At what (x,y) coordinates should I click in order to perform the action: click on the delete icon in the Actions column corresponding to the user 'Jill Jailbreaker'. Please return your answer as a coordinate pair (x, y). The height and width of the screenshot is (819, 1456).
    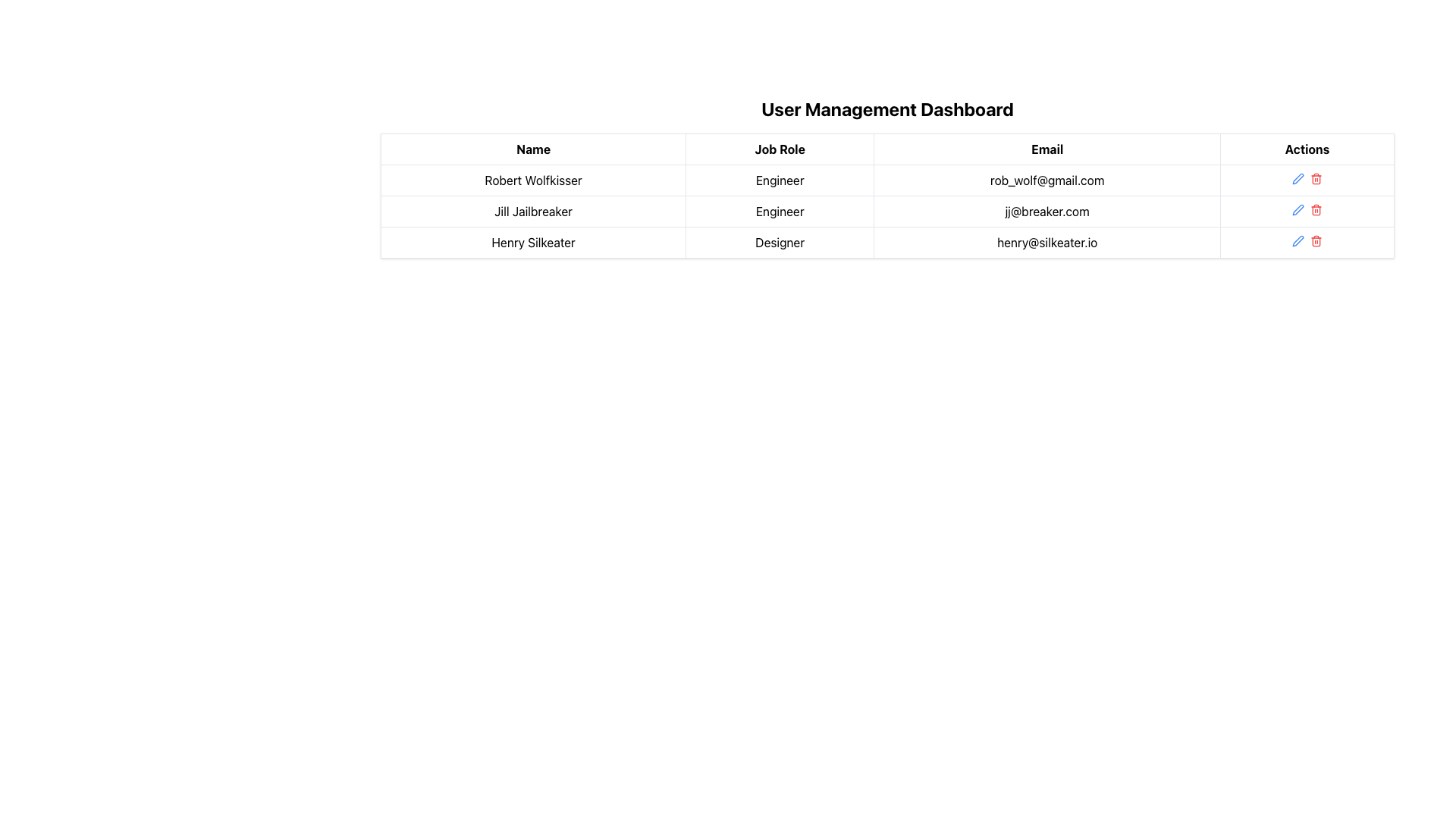
    Looking at the image, I should click on (1316, 210).